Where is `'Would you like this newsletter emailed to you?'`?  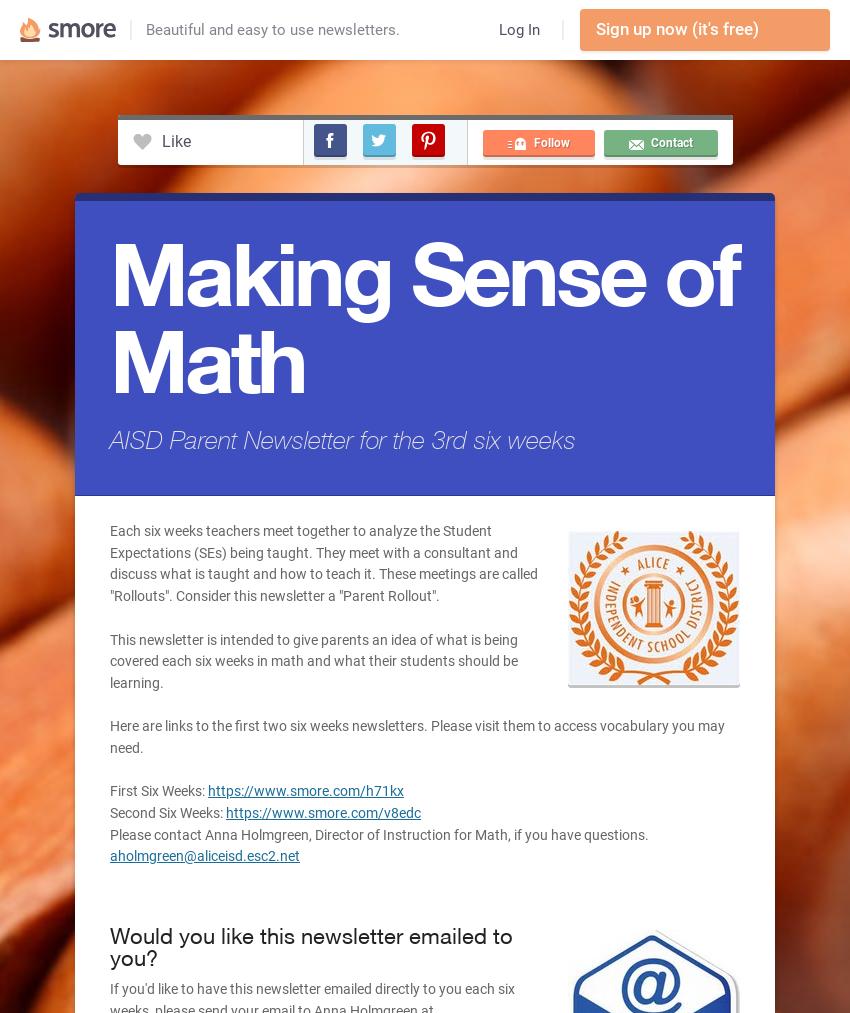 'Would you like this newsletter emailed to you?' is located at coordinates (311, 946).